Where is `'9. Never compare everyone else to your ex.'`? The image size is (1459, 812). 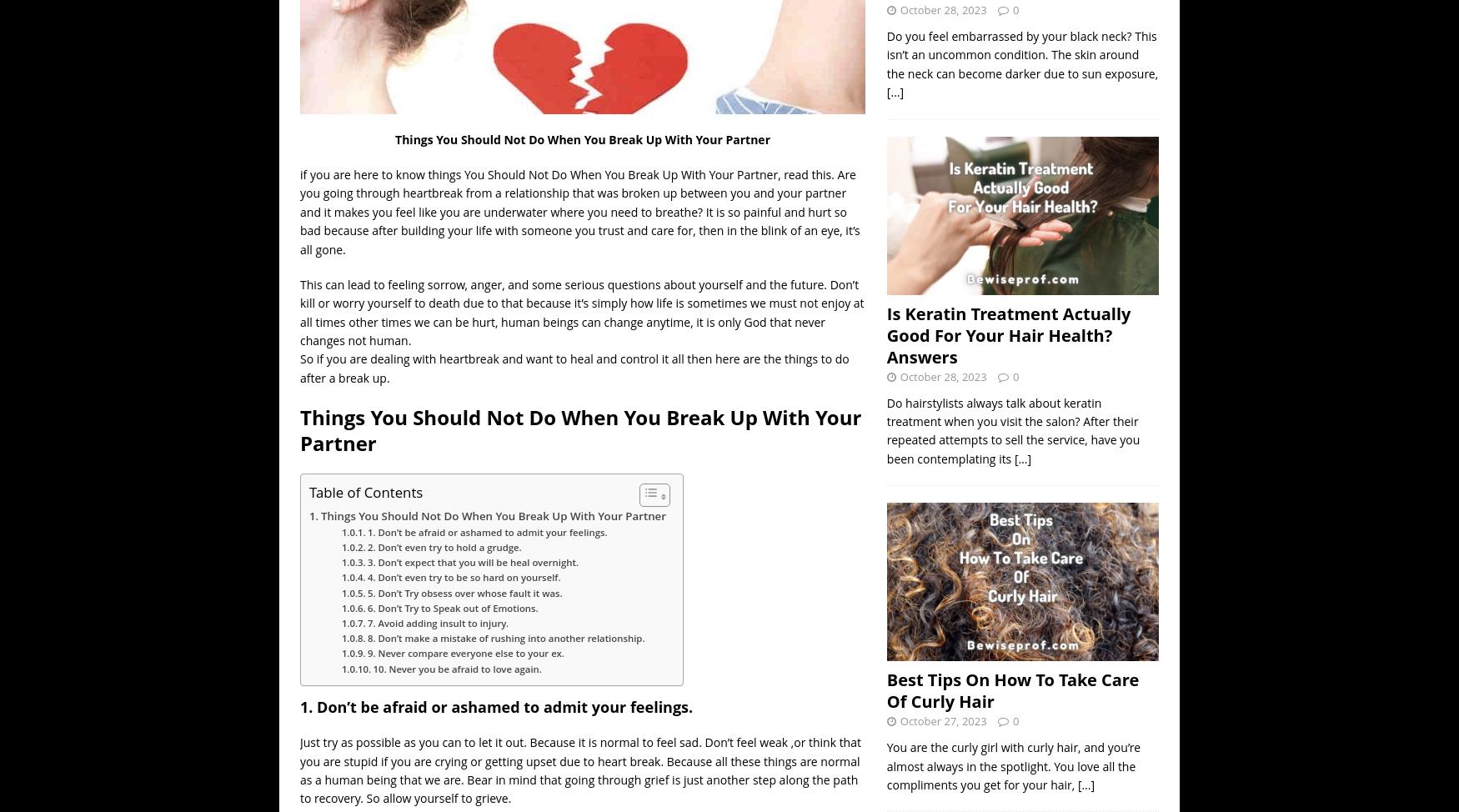
'9. Never compare everyone else to your ex.' is located at coordinates (464, 652).